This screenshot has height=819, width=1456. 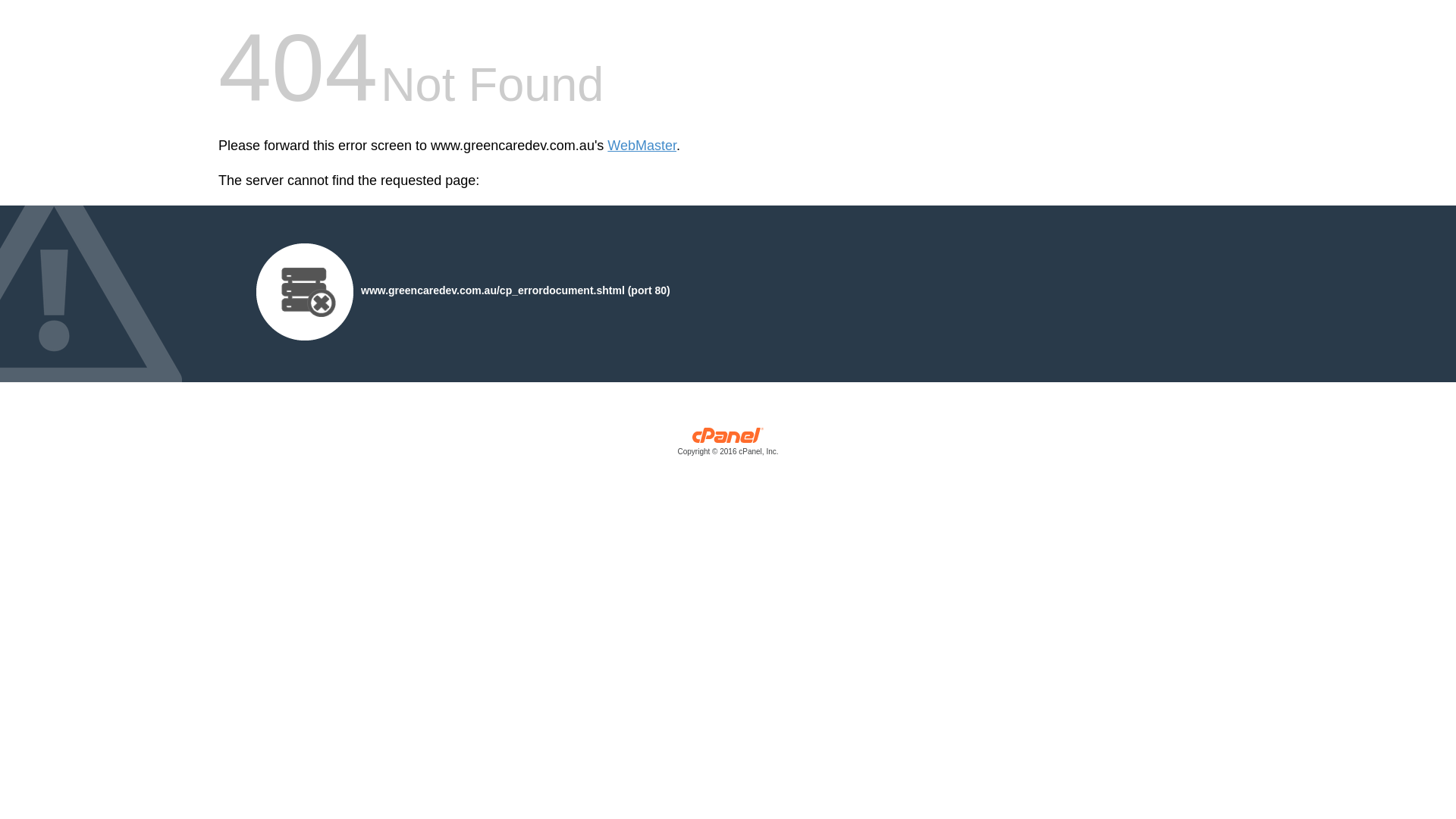 I want to click on 'WebMaster', so click(x=642, y=146).